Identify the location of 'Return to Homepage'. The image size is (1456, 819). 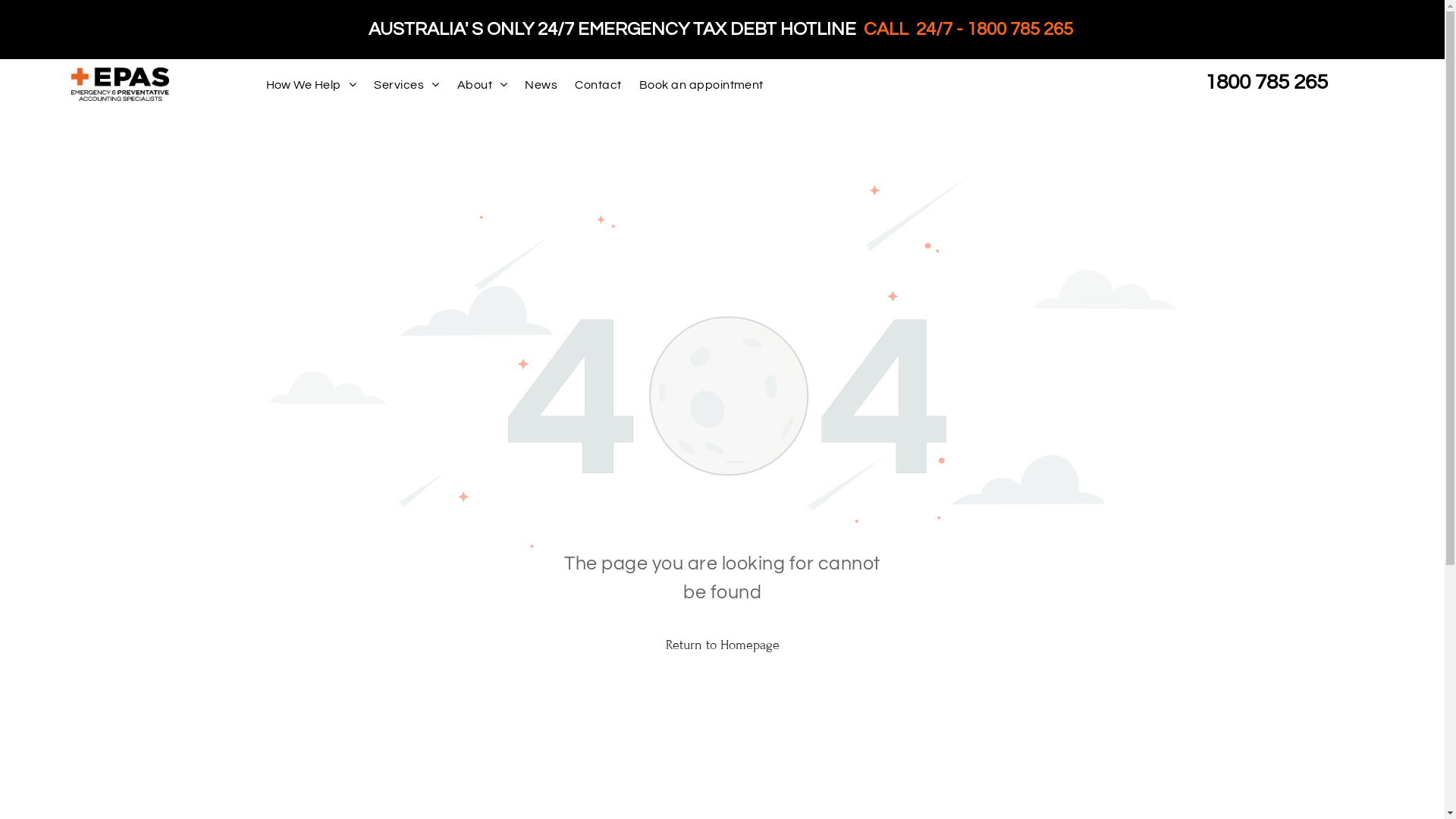
(720, 644).